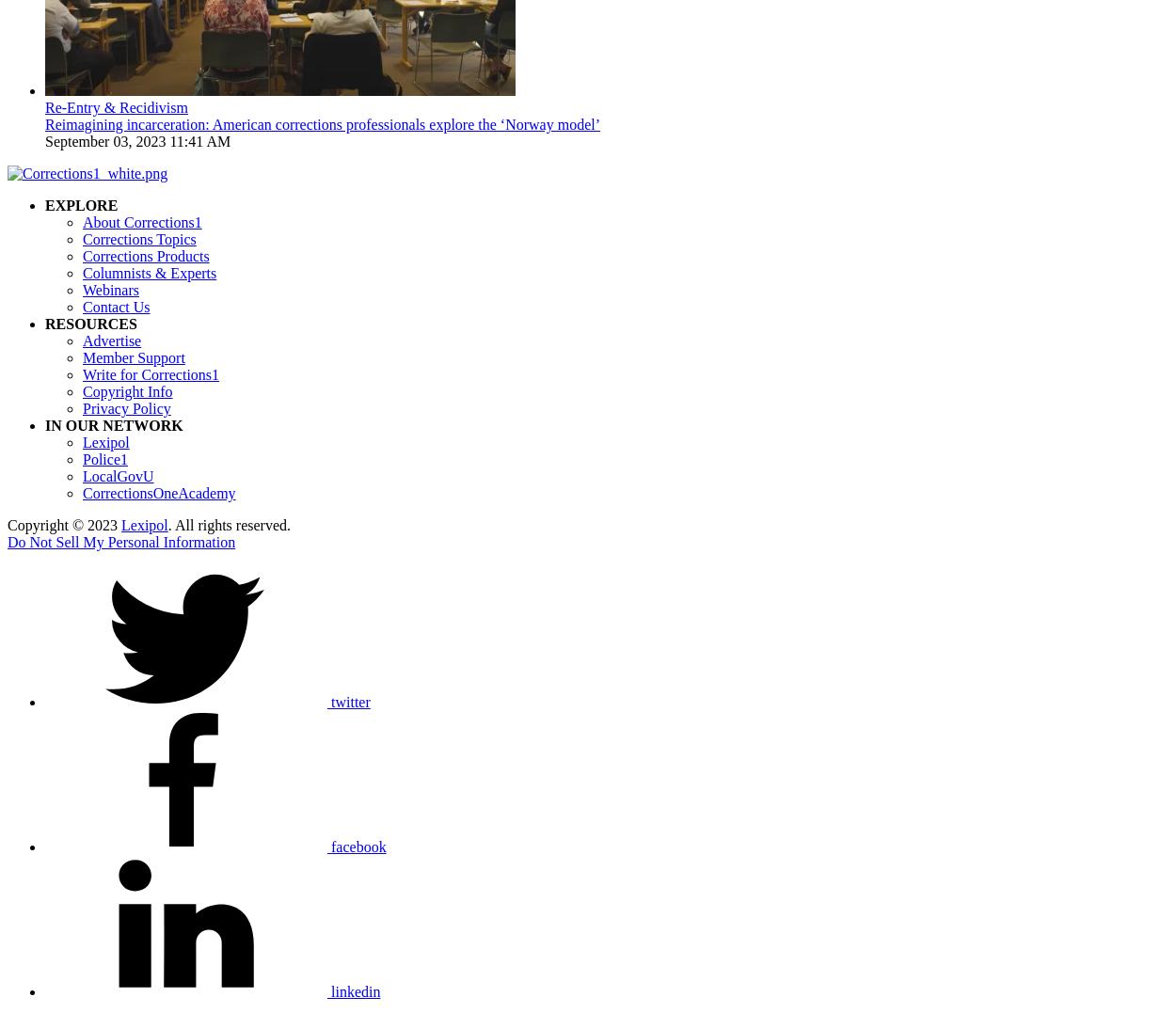  What do you see at coordinates (134, 357) in the screenshot?
I see `'Member Support'` at bounding box center [134, 357].